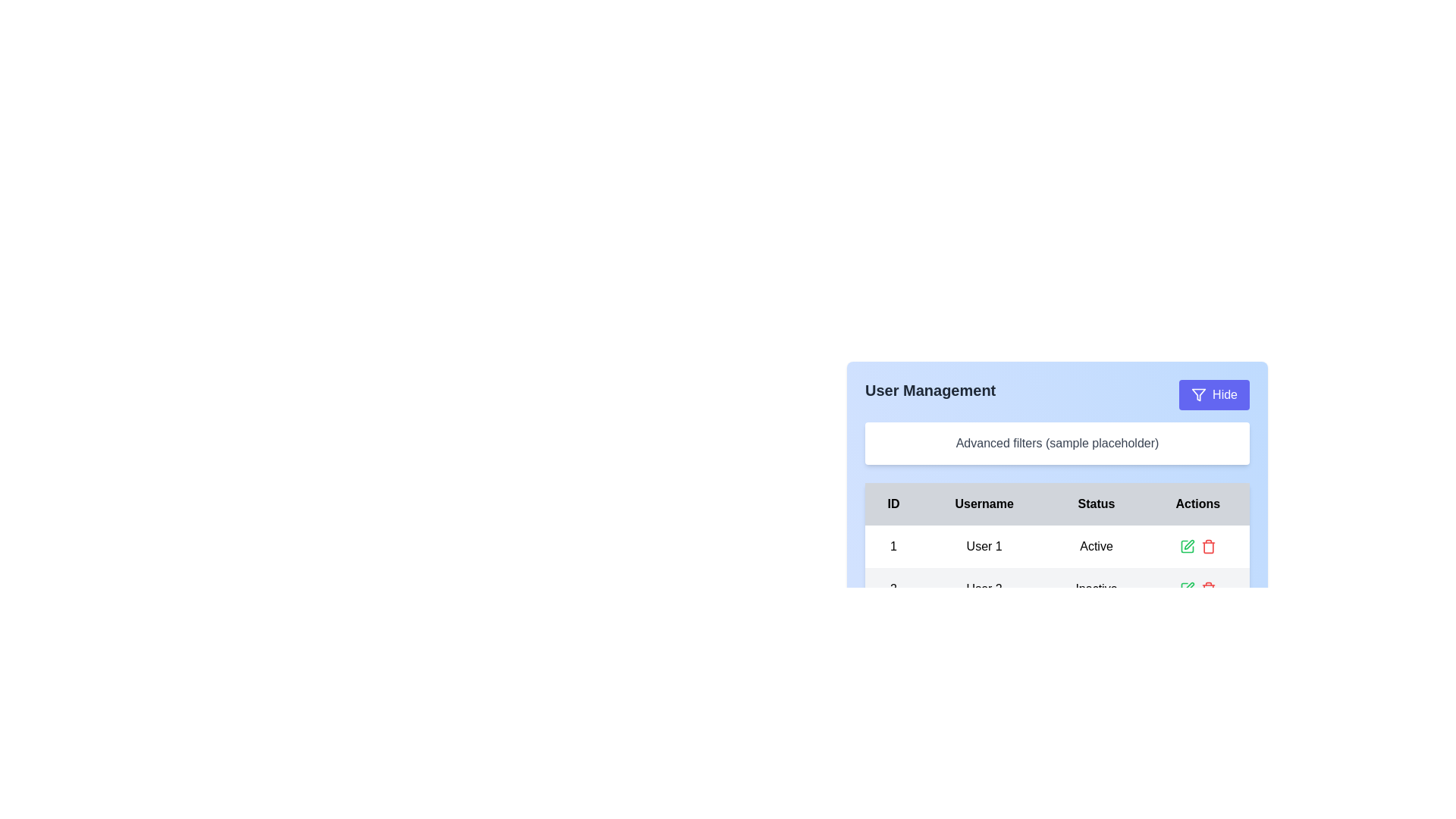 Image resolution: width=1456 pixels, height=819 pixels. What do you see at coordinates (1207, 548) in the screenshot?
I see `the trash can icon representing the delete functionality, which is located in the Actions column of the second row of the table` at bounding box center [1207, 548].